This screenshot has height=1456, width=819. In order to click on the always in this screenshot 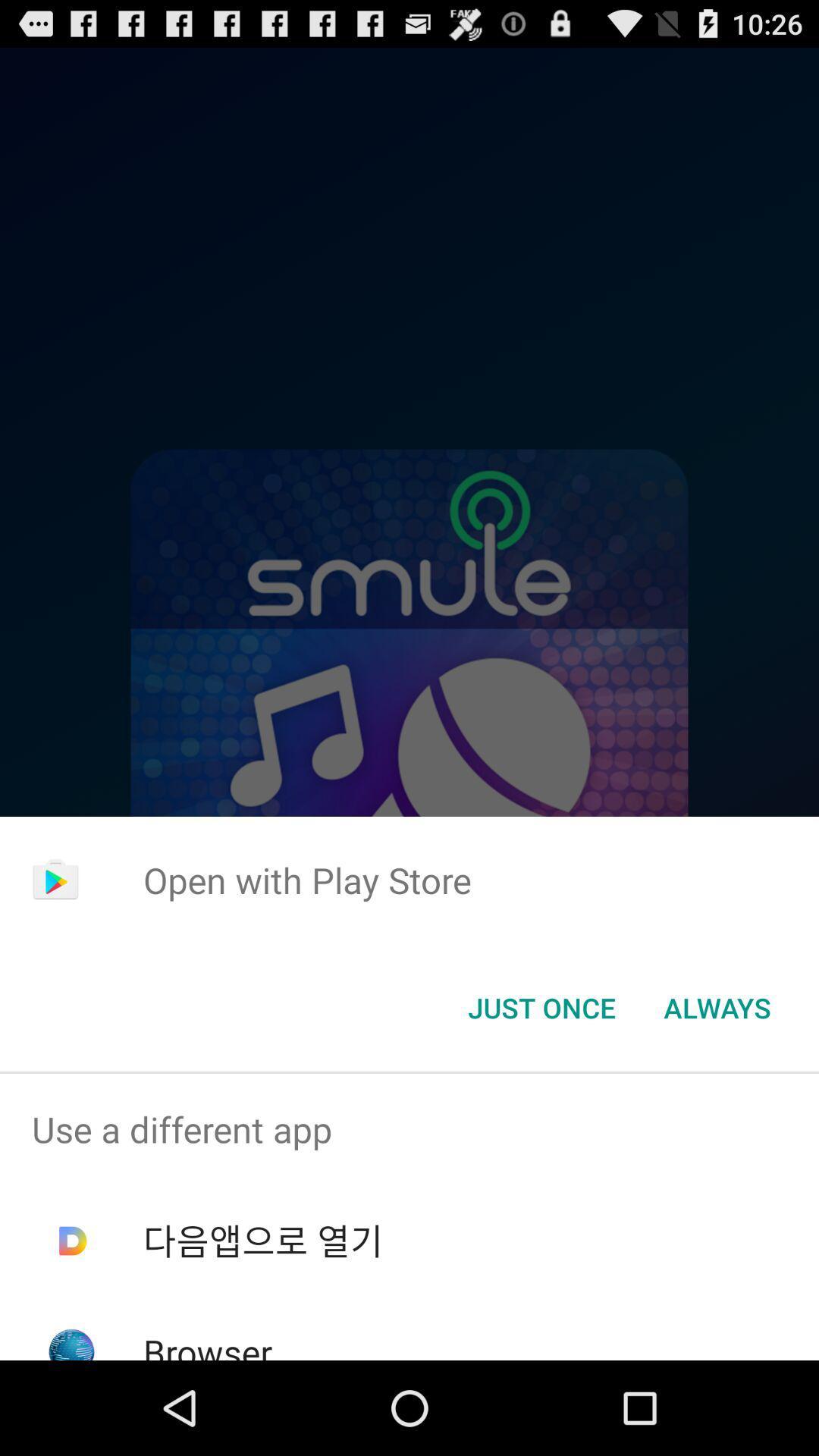, I will do `click(717, 1008)`.